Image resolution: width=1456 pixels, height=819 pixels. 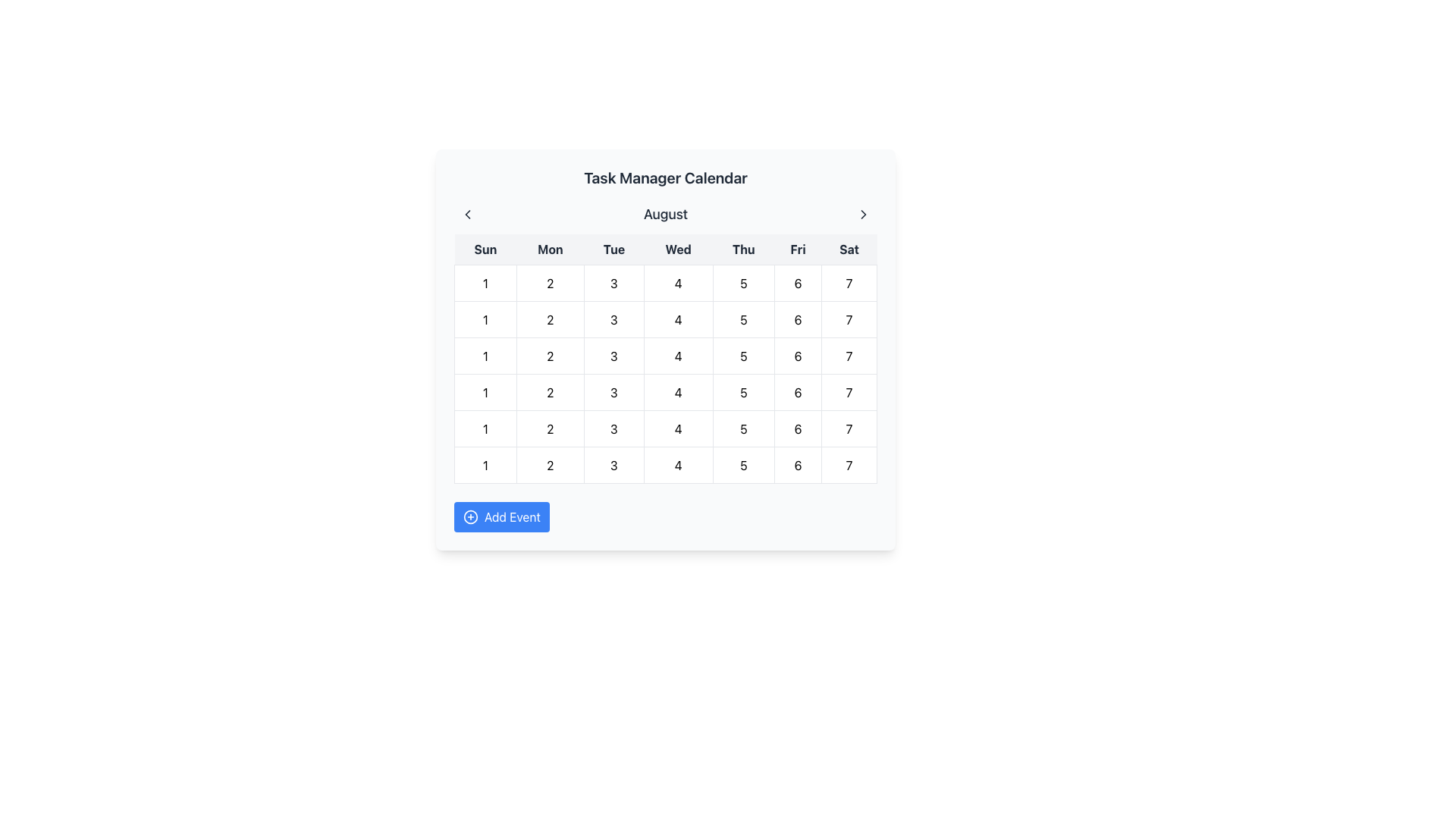 What do you see at coordinates (467, 214) in the screenshot?
I see `the leftward pointing chevron icon button located in the upper-left section of the interface` at bounding box center [467, 214].